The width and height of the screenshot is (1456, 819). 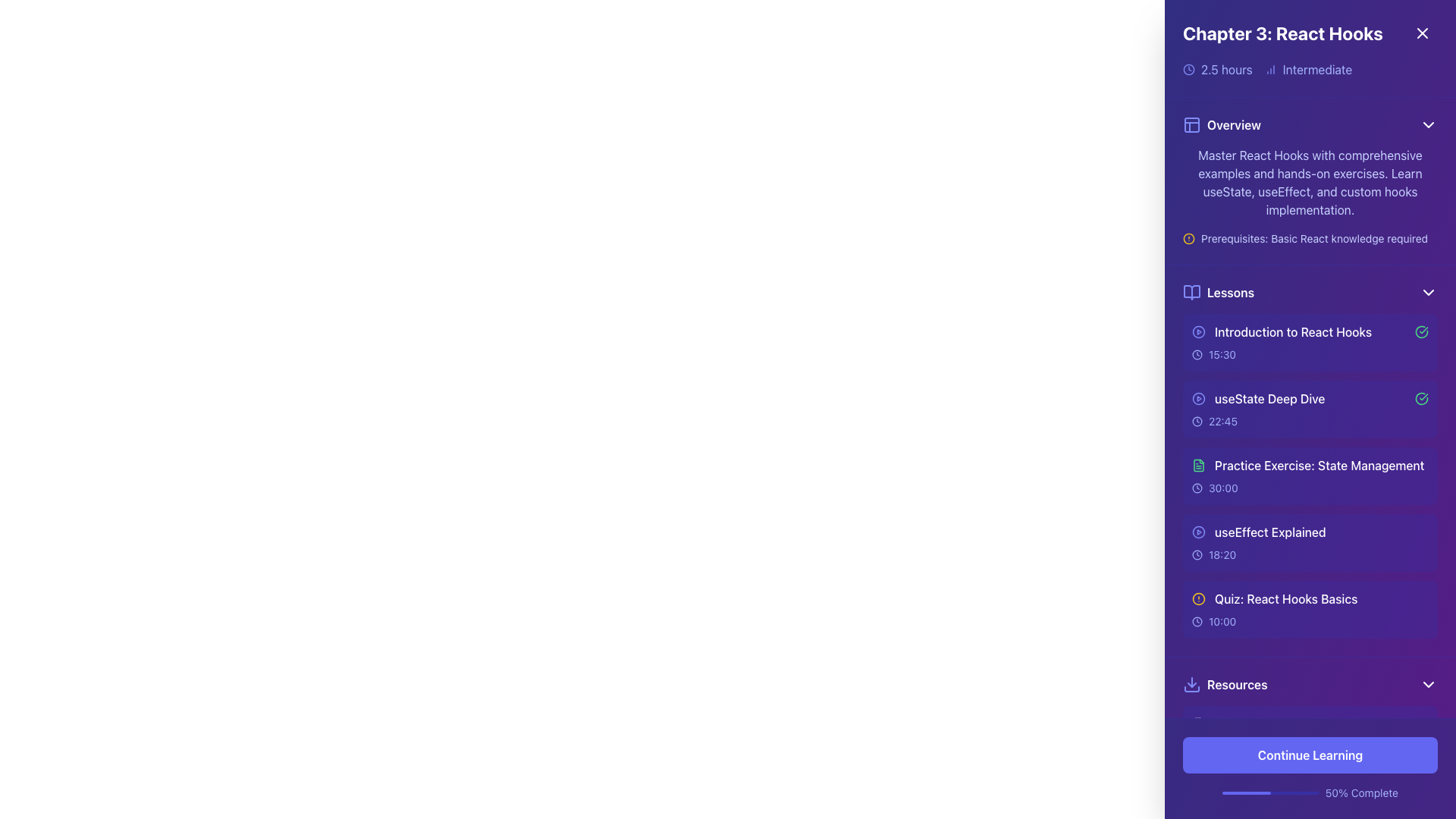 I want to click on the static text displaying the time '22:45' in light indigo color, located next to the circular clock icon in the second entry of the 'Lessons' section, so click(x=1222, y=421).